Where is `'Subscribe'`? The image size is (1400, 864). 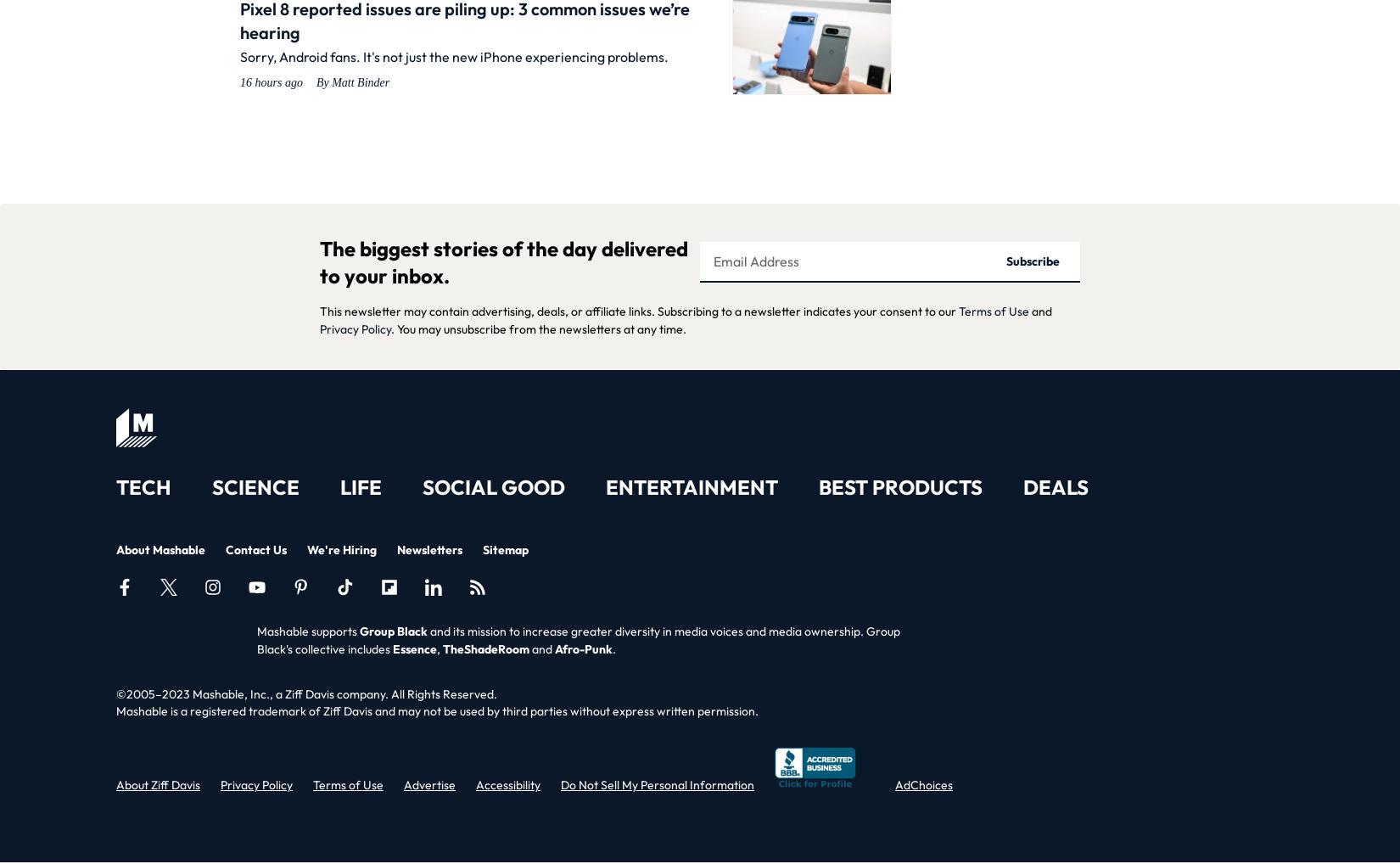 'Subscribe' is located at coordinates (1032, 260).